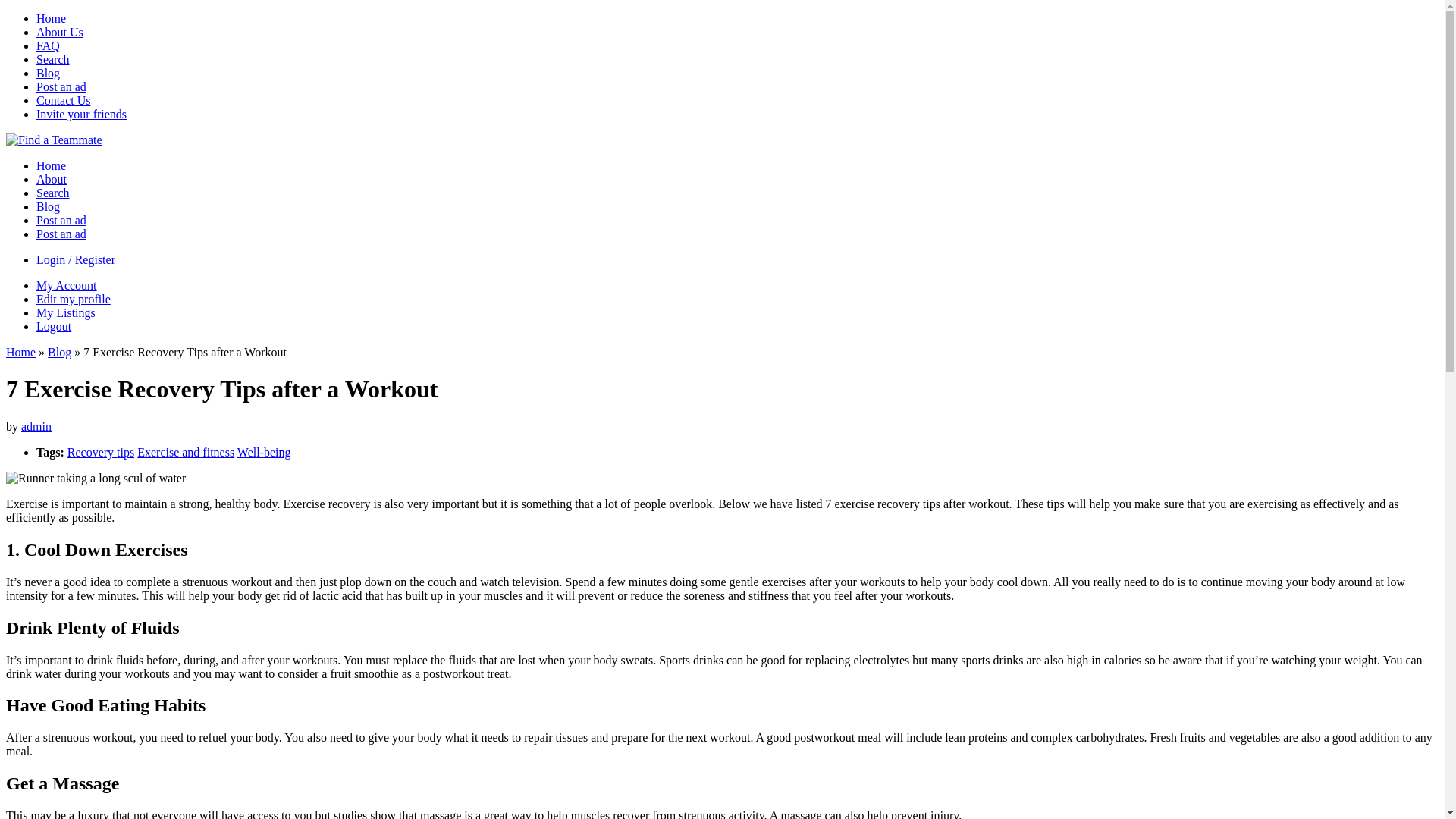  What do you see at coordinates (48, 45) in the screenshot?
I see `'FAQ'` at bounding box center [48, 45].